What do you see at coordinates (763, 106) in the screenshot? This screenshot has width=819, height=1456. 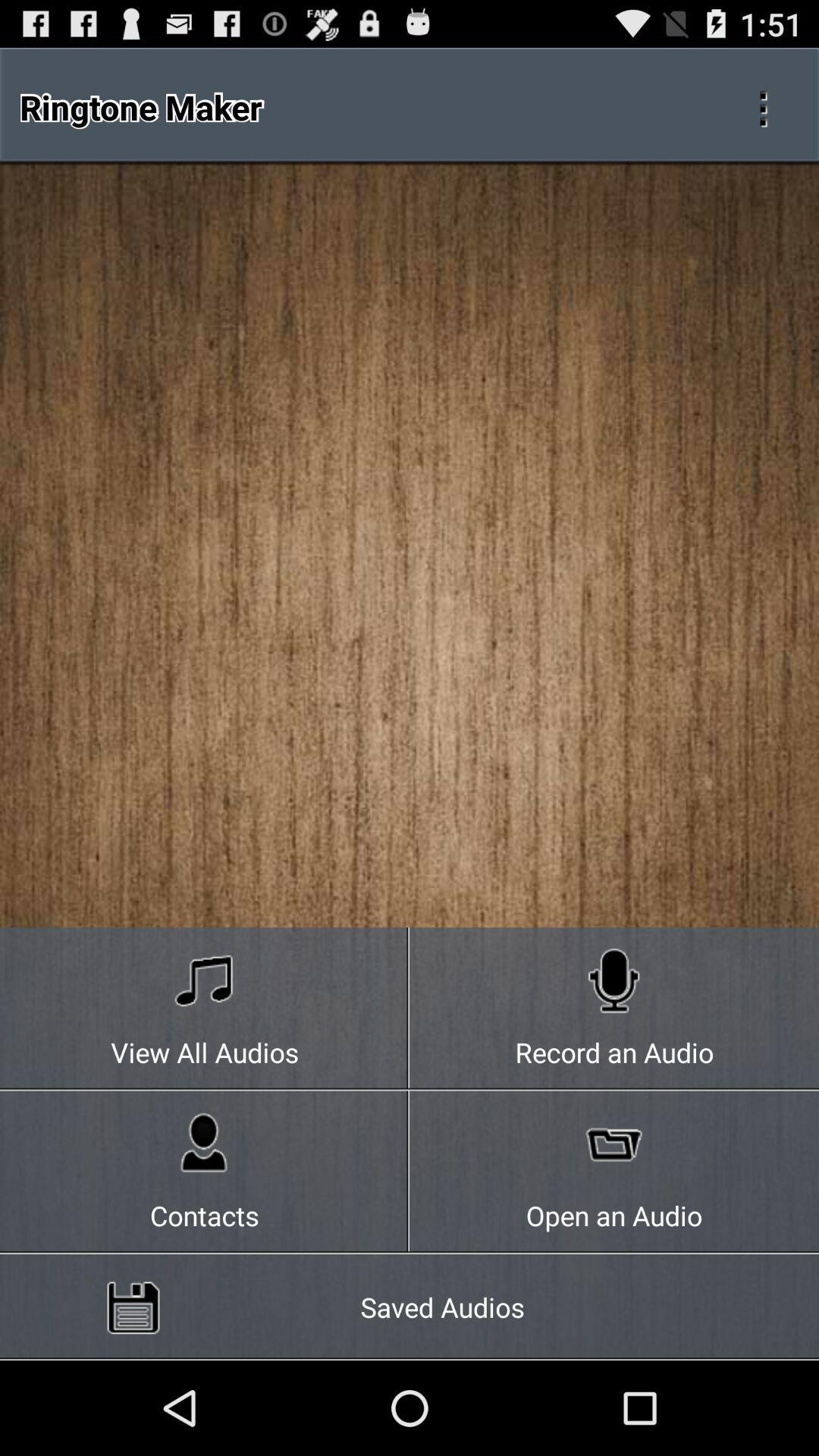 I see `which is used to cut and joining the audio file` at bounding box center [763, 106].